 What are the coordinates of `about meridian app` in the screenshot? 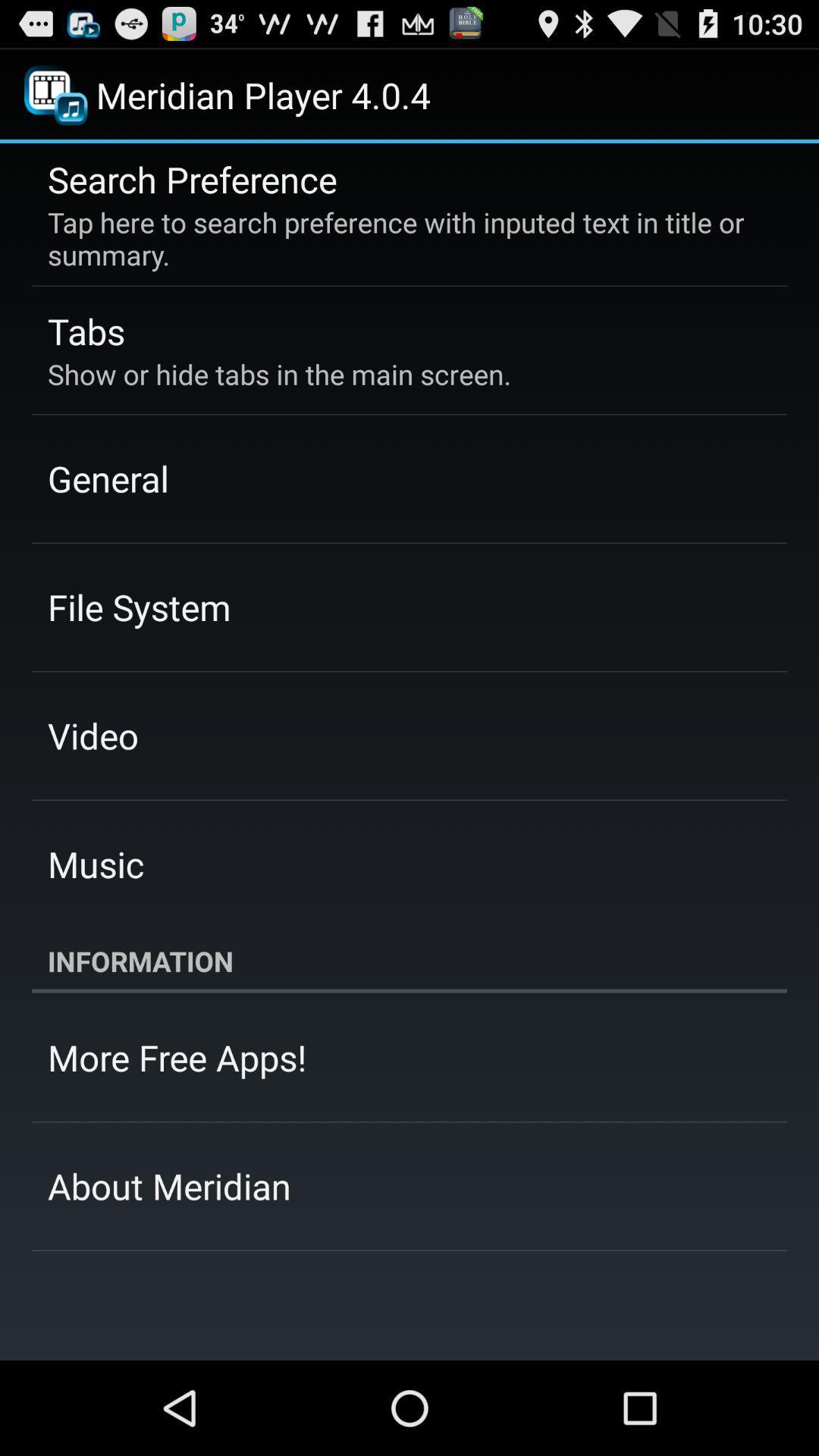 It's located at (169, 1185).